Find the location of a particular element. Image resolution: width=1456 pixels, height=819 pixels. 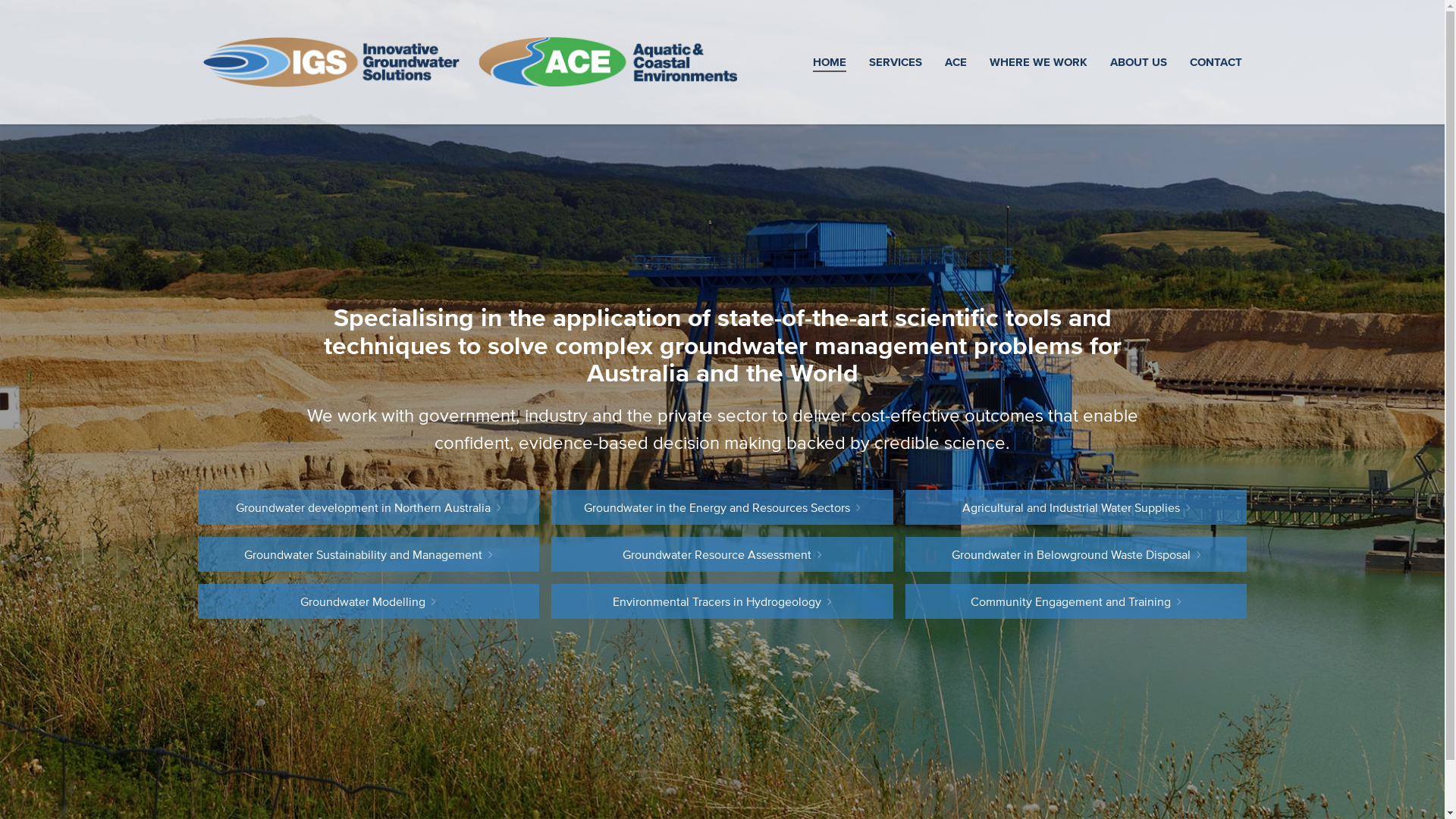

'Groundwater Modelling  ' is located at coordinates (368, 601).